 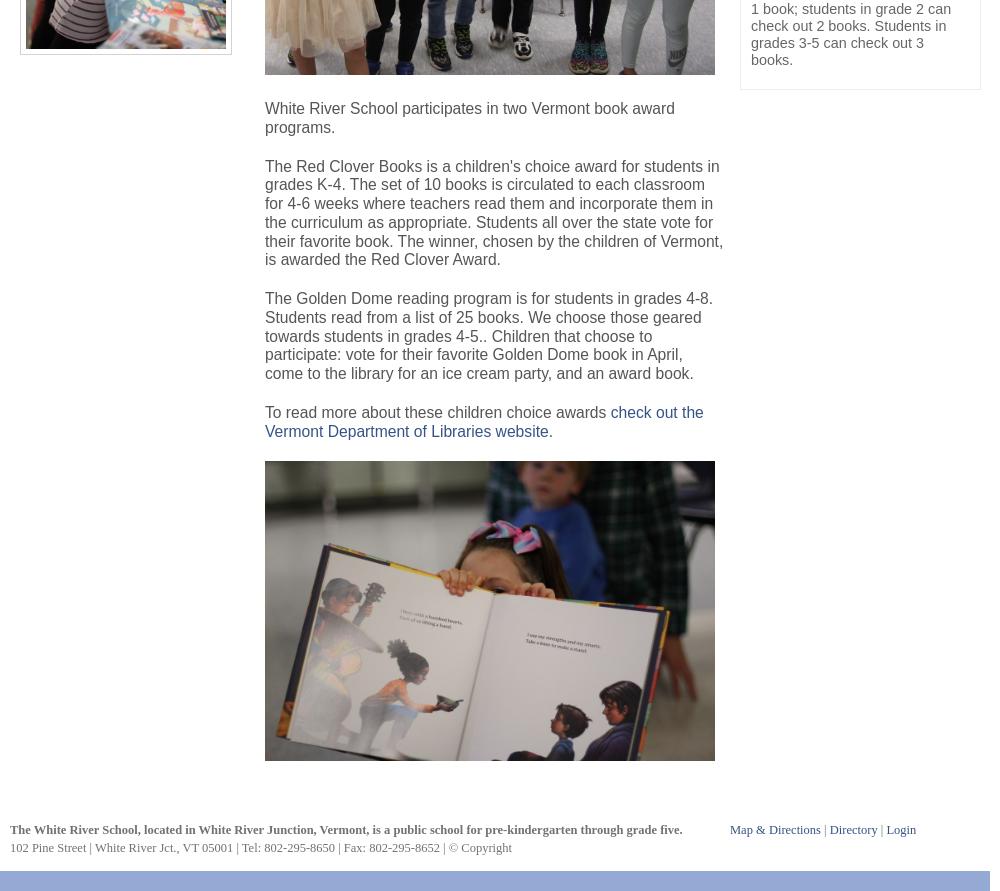 What do you see at coordinates (775, 828) in the screenshot?
I see `'Map & Directions'` at bounding box center [775, 828].